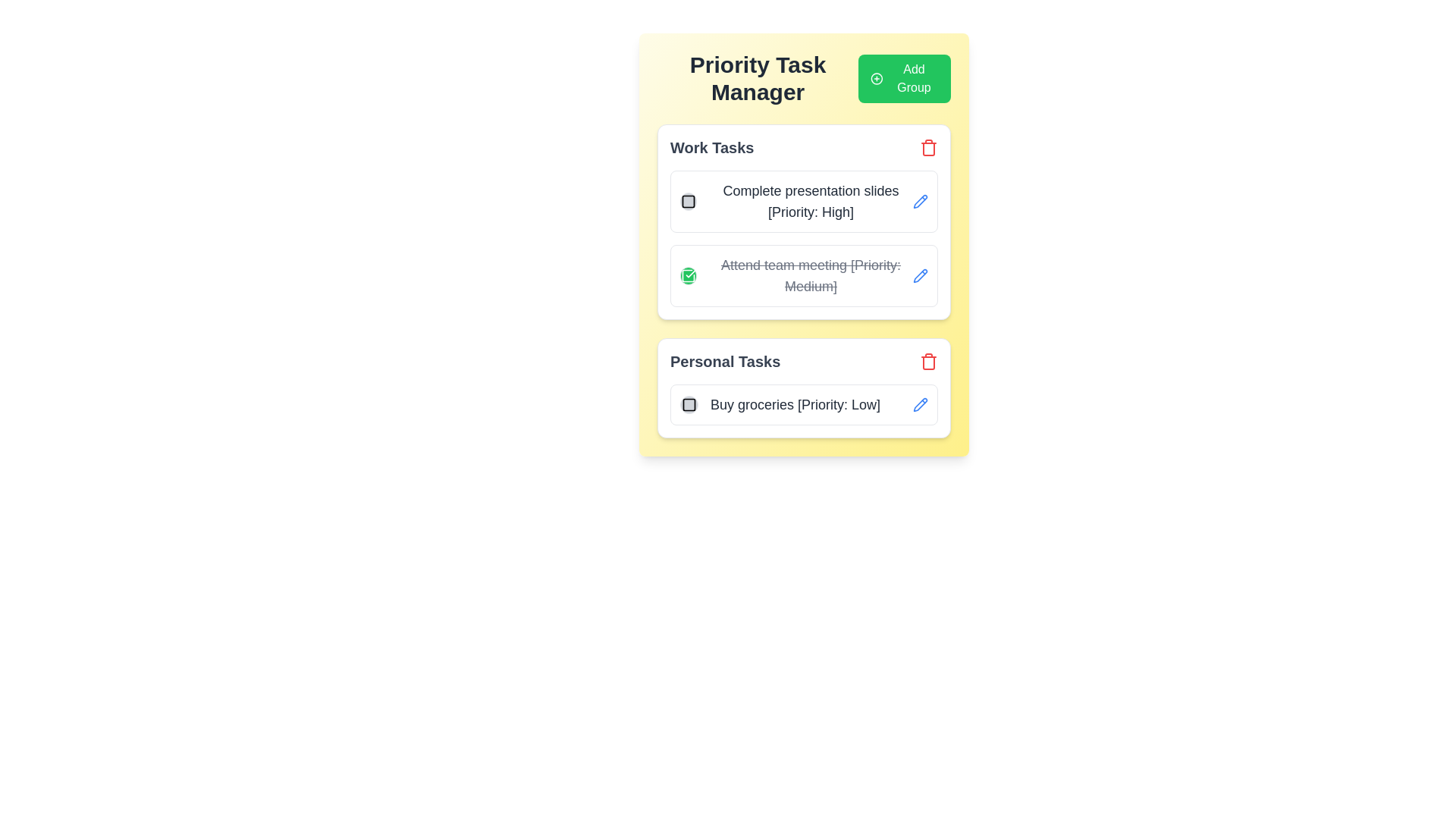 The width and height of the screenshot is (1456, 819). I want to click on the checkbox styled as a circular button with a checkmark icon to mark the task 'Attend team meeting [Priority: Medium]' as completed, so click(687, 275).